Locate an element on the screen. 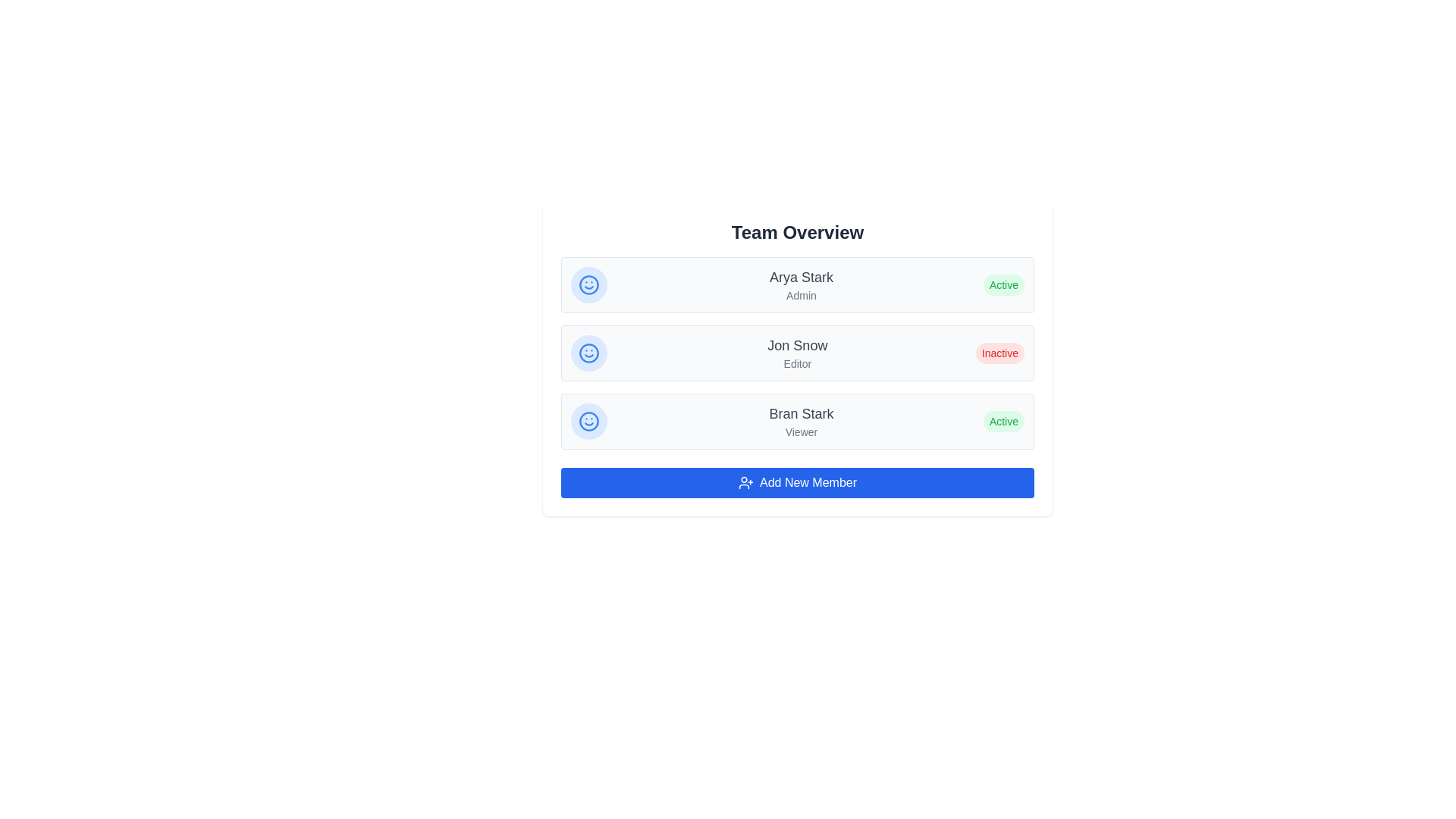 Image resolution: width=1456 pixels, height=819 pixels. the active status indicated by the badge for user 'Bran Stark', located in the 'Team Overview' section, third row, to the right of the 'Bran Stark Viewer' group is located at coordinates (1004, 421).